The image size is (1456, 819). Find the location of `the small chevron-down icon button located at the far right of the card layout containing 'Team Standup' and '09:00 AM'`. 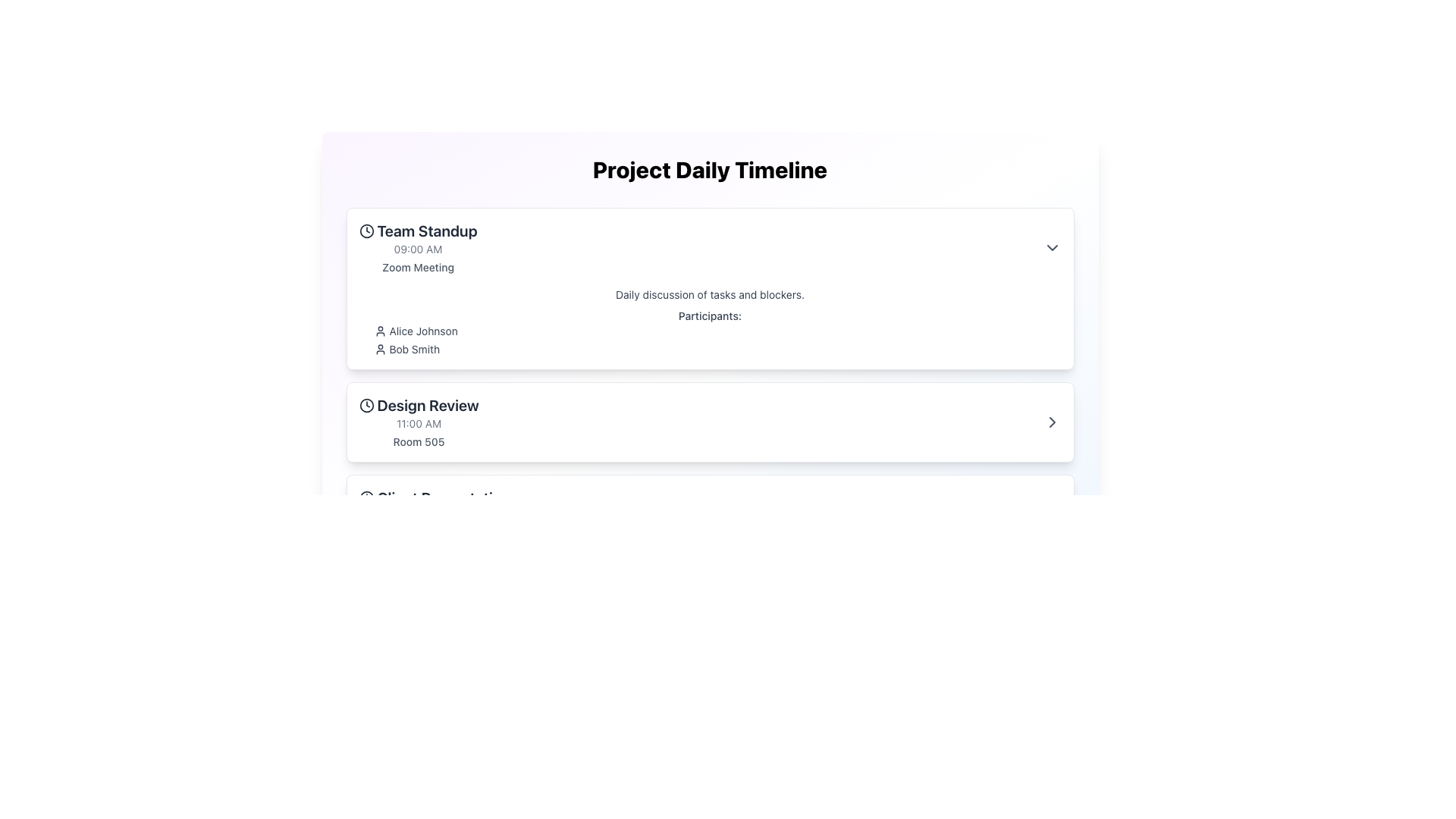

the small chevron-down icon button located at the far right of the card layout containing 'Team Standup' and '09:00 AM' is located at coordinates (1051, 247).